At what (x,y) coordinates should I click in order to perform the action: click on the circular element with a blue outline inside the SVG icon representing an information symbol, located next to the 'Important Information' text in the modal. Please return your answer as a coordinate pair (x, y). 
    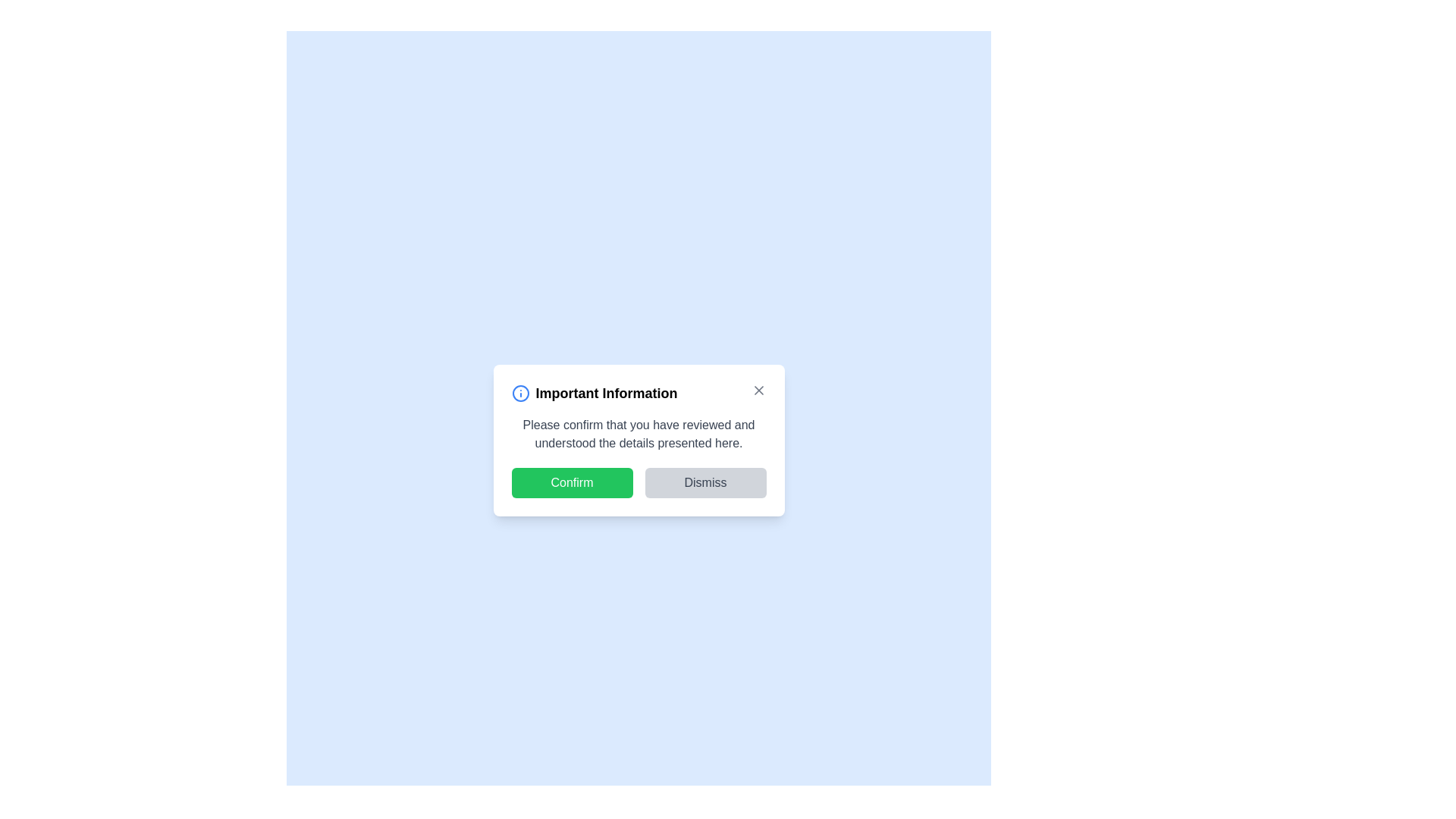
    Looking at the image, I should click on (520, 393).